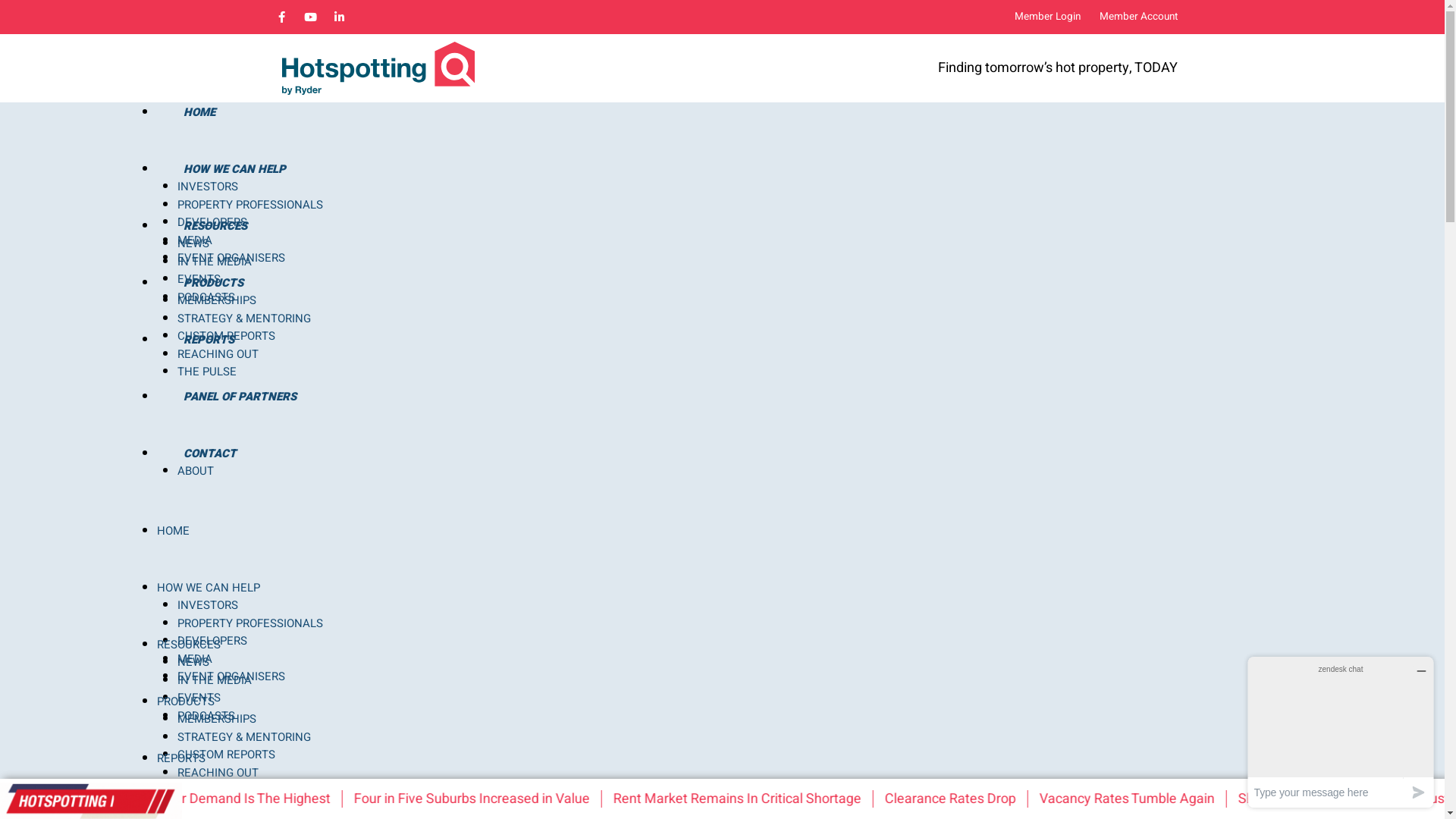  What do you see at coordinates (238, 396) in the screenshot?
I see `'PANEL OF PARTNERS'` at bounding box center [238, 396].